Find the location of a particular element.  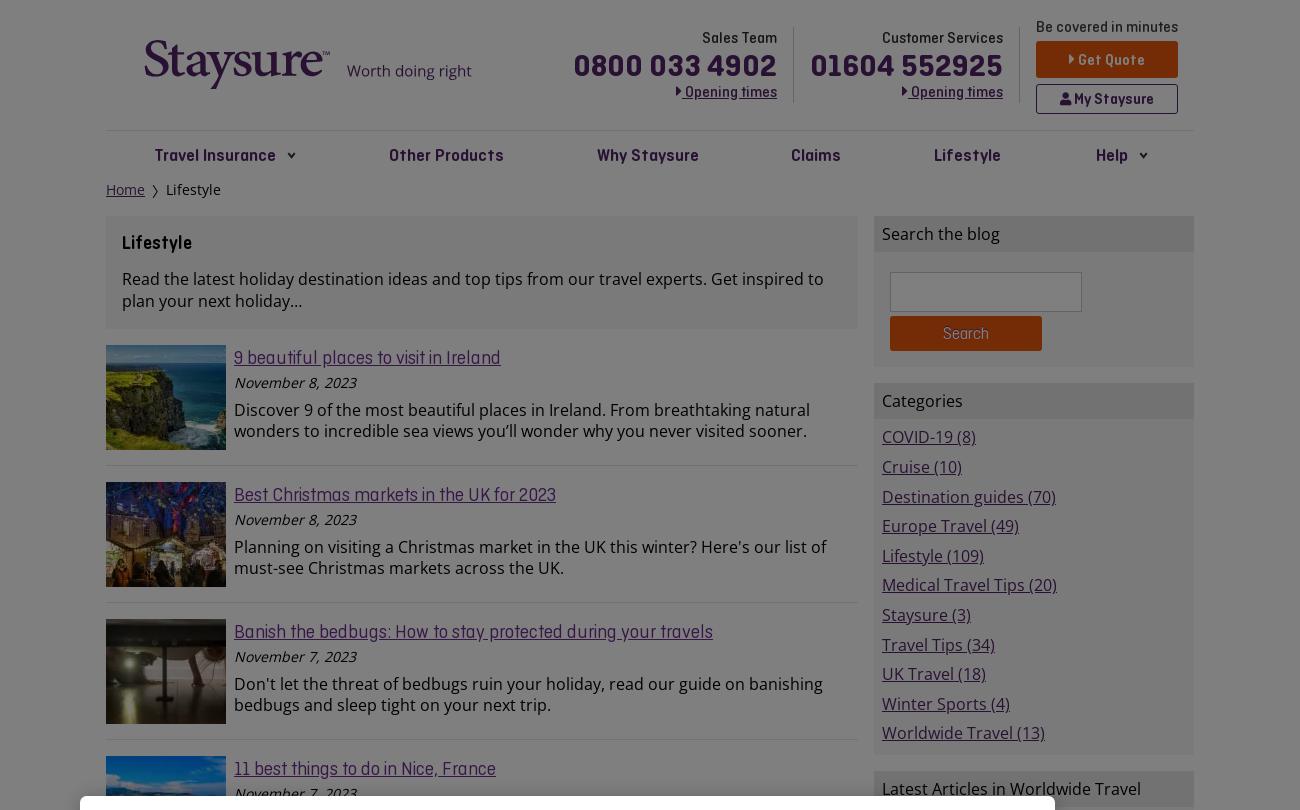

'Customer Services' is located at coordinates (881, 37).